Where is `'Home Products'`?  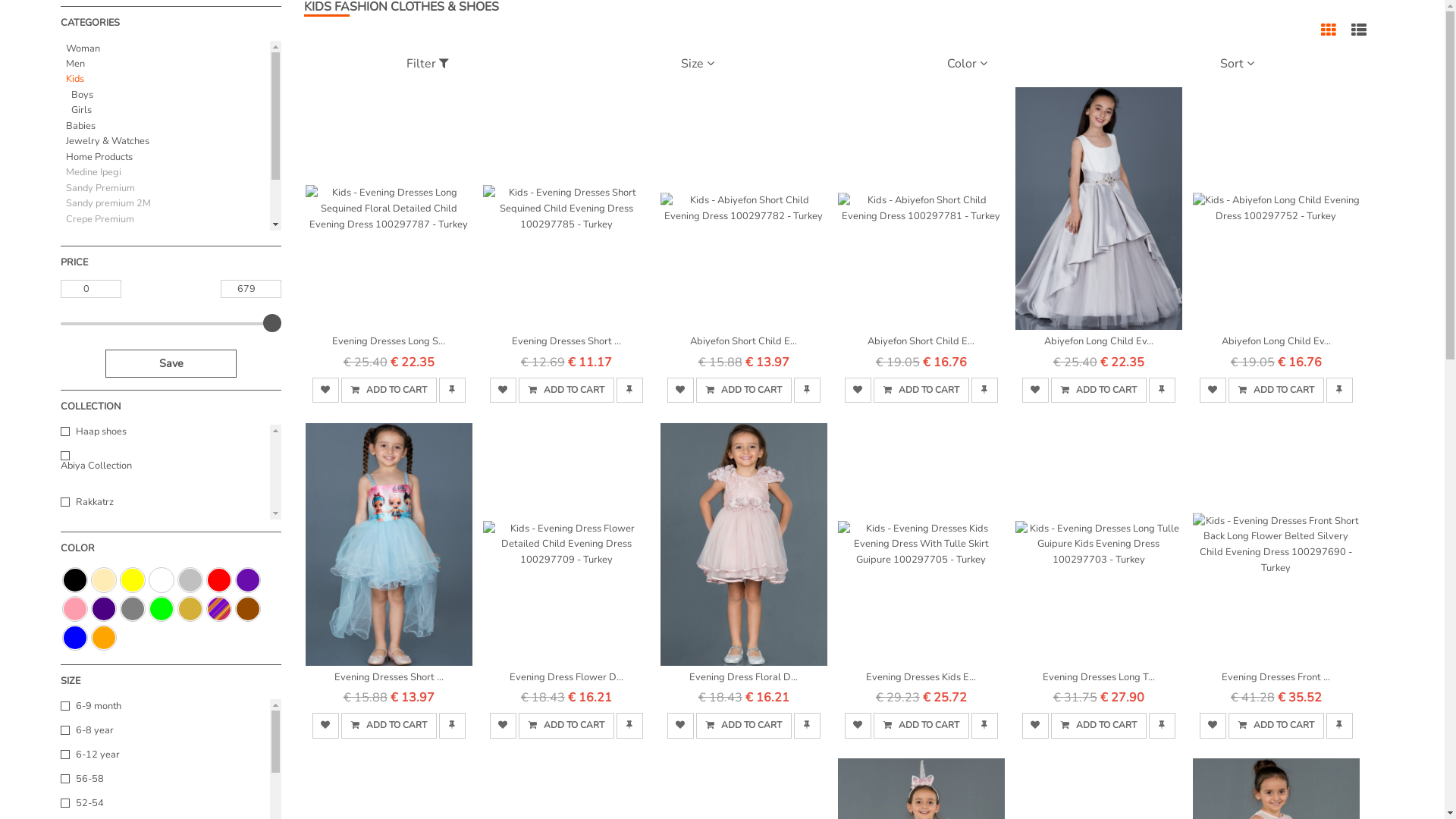
'Home Products' is located at coordinates (64, 157).